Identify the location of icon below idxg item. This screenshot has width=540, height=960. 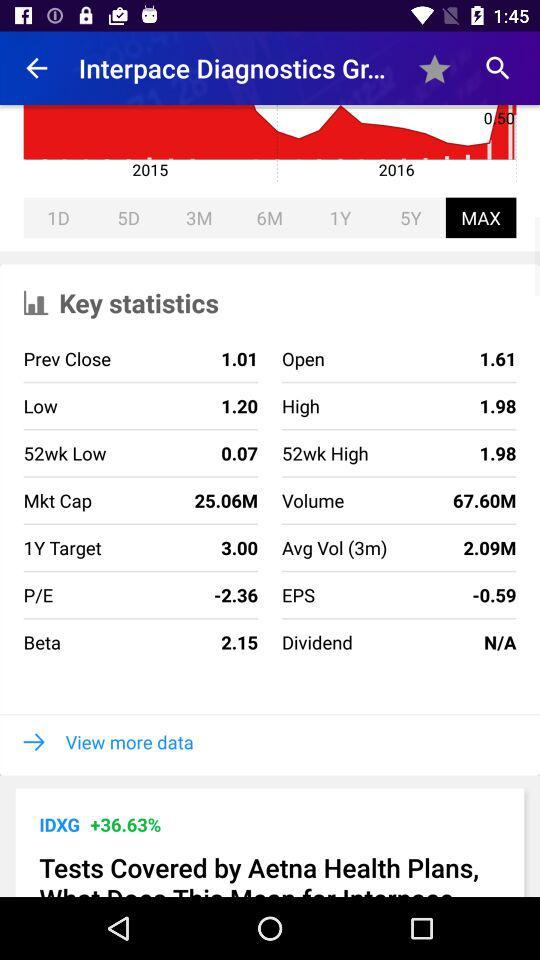
(270, 872).